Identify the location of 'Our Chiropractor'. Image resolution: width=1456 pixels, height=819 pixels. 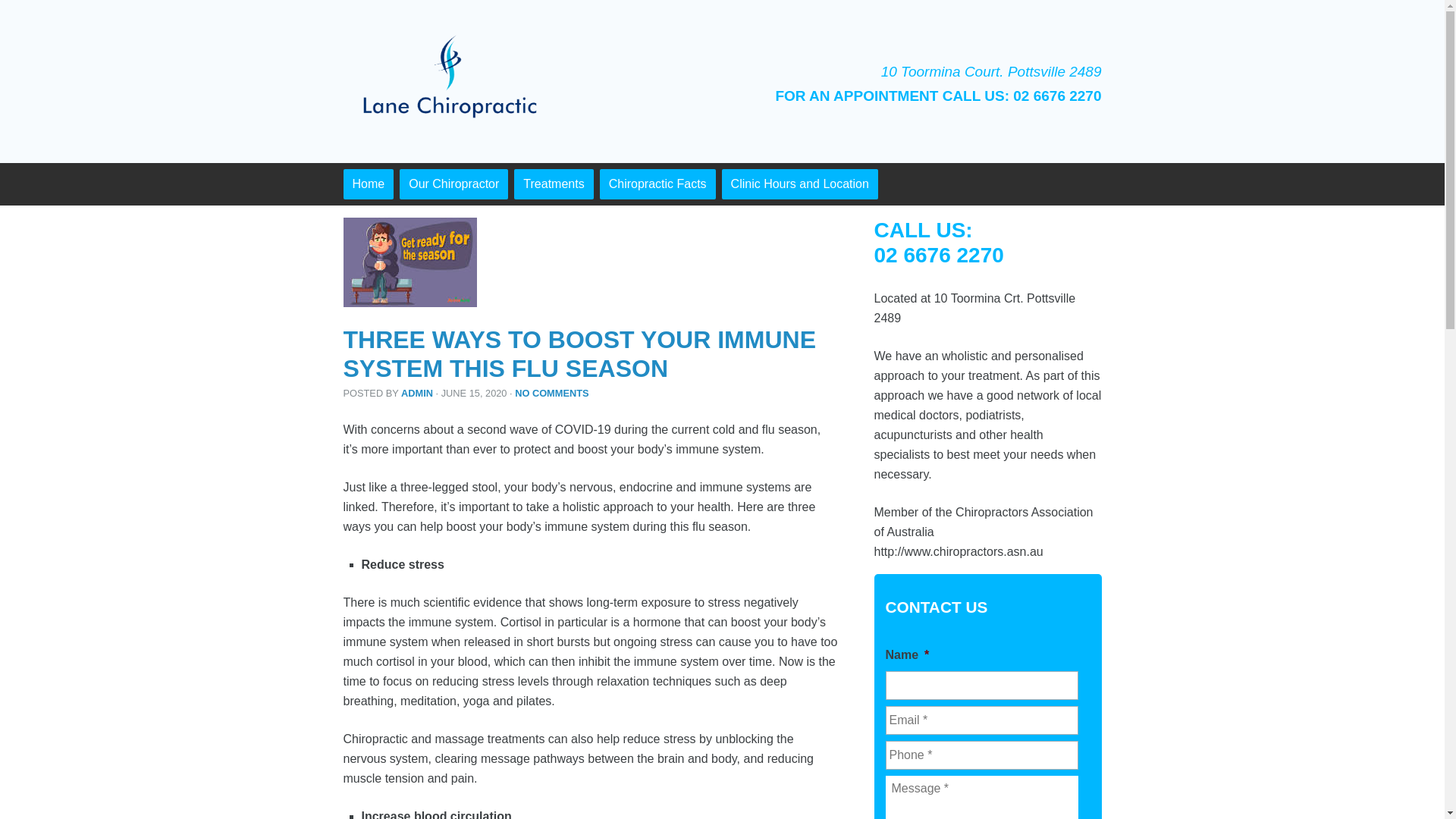
(453, 184).